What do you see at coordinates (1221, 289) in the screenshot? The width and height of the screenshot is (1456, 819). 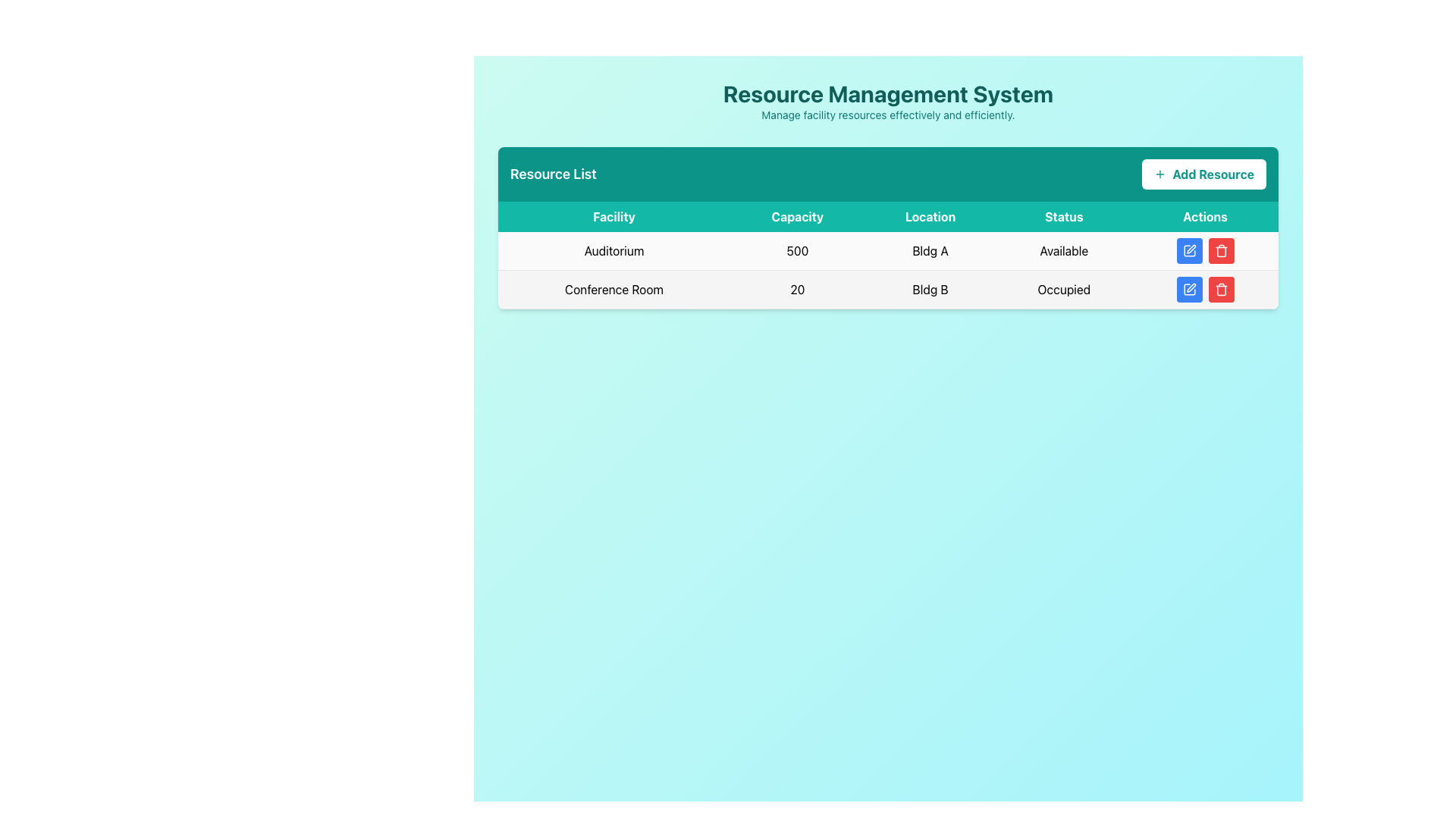 I see `the red trash can icon button located on the rightmost side of the 'Actions' column in the second row of the table` at bounding box center [1221, 289].